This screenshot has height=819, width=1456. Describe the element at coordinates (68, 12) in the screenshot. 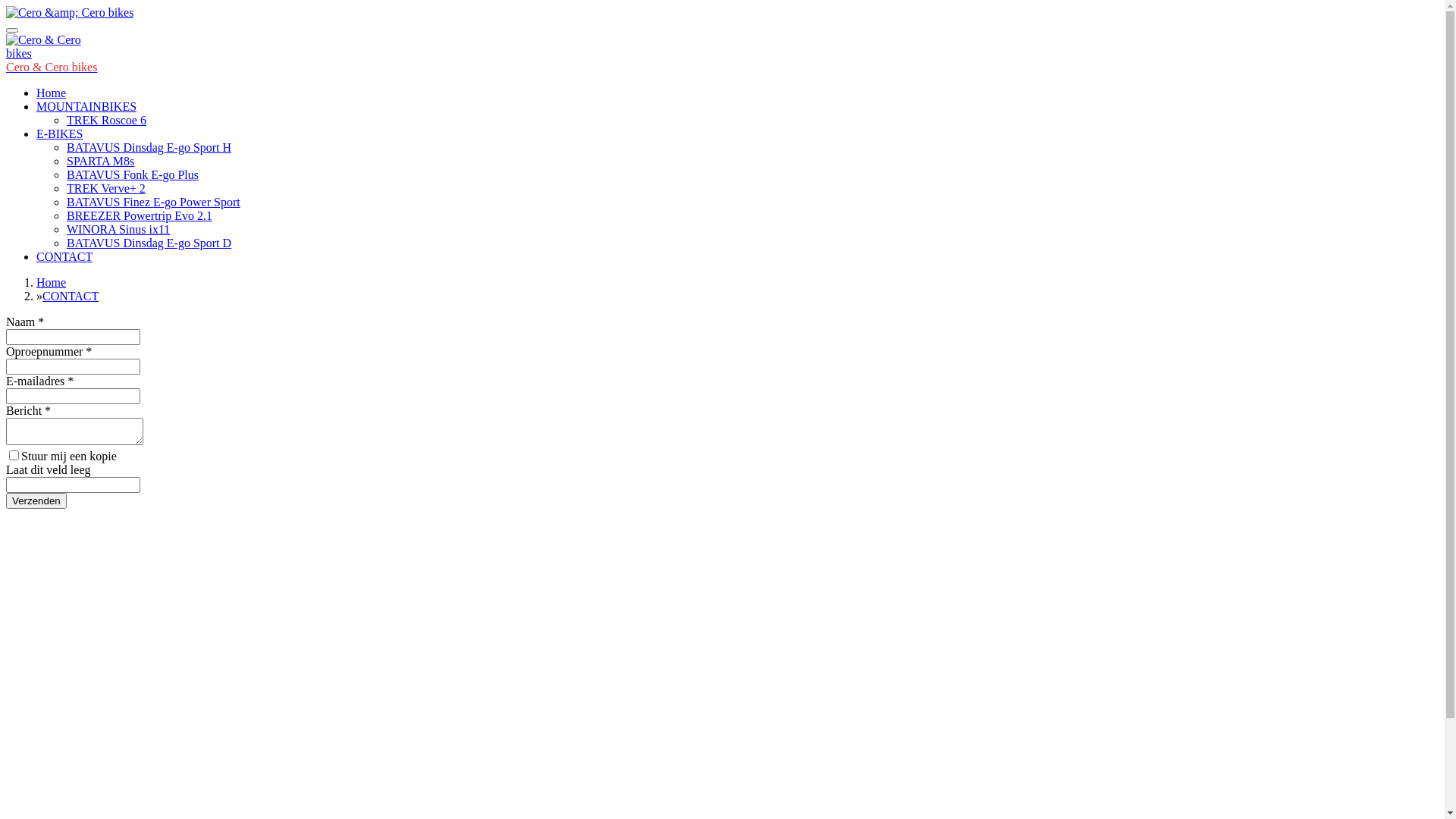

I see `'Cero &amp; Cero bikes'` at that location.